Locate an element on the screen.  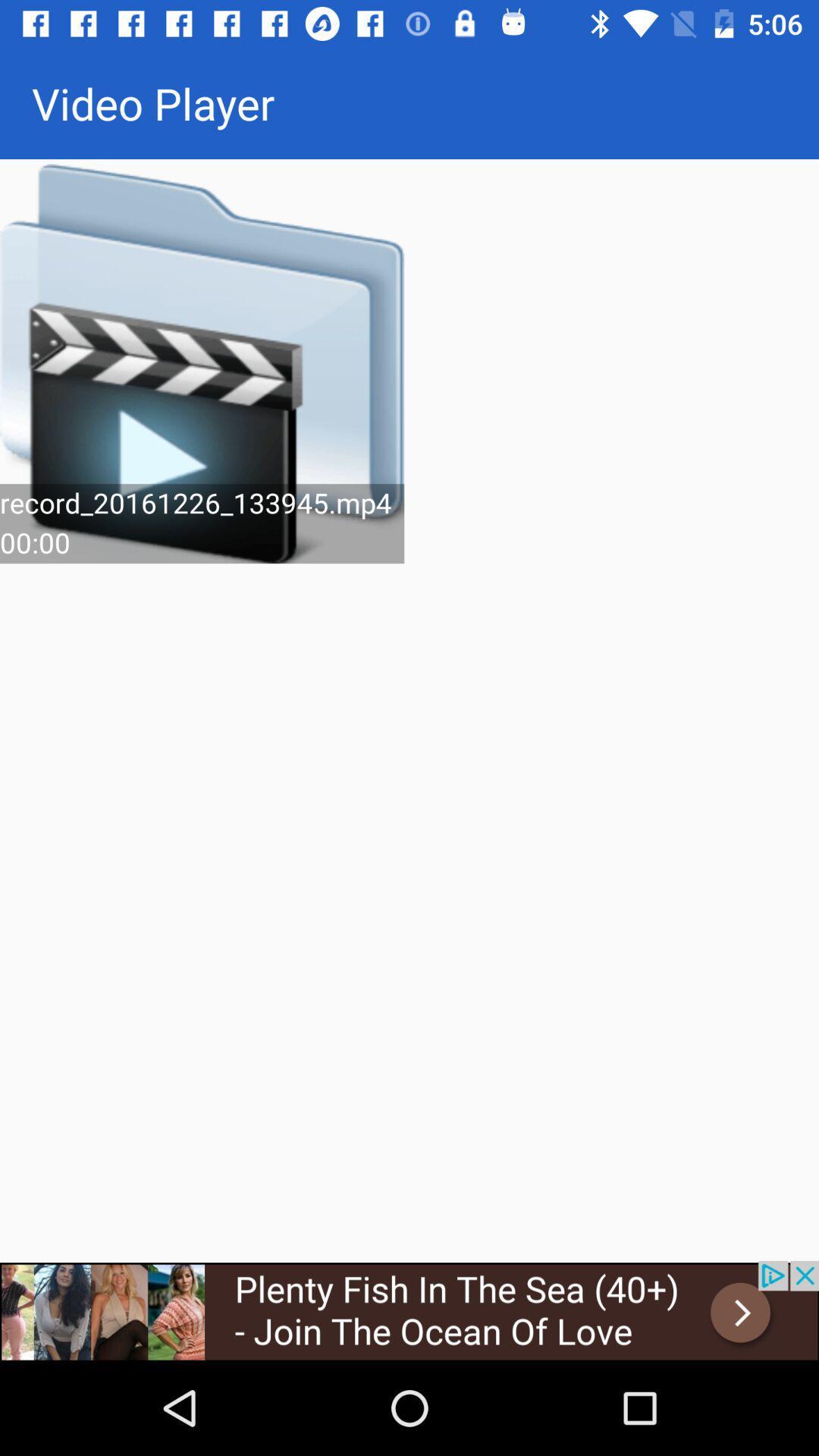
advertisement is located at coordinates (409, 1310).